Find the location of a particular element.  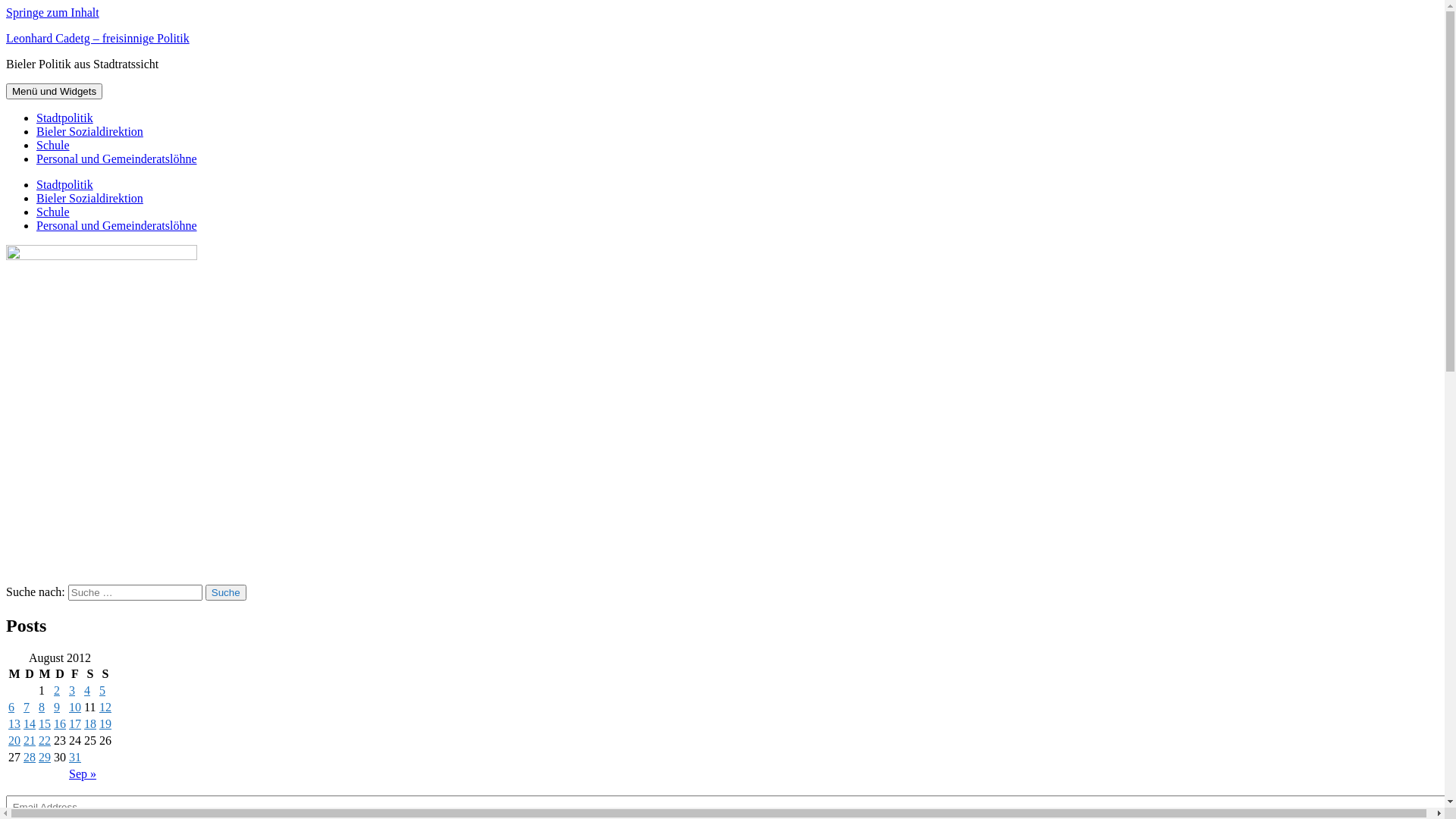

'29' is located at coordinates (39, 757).